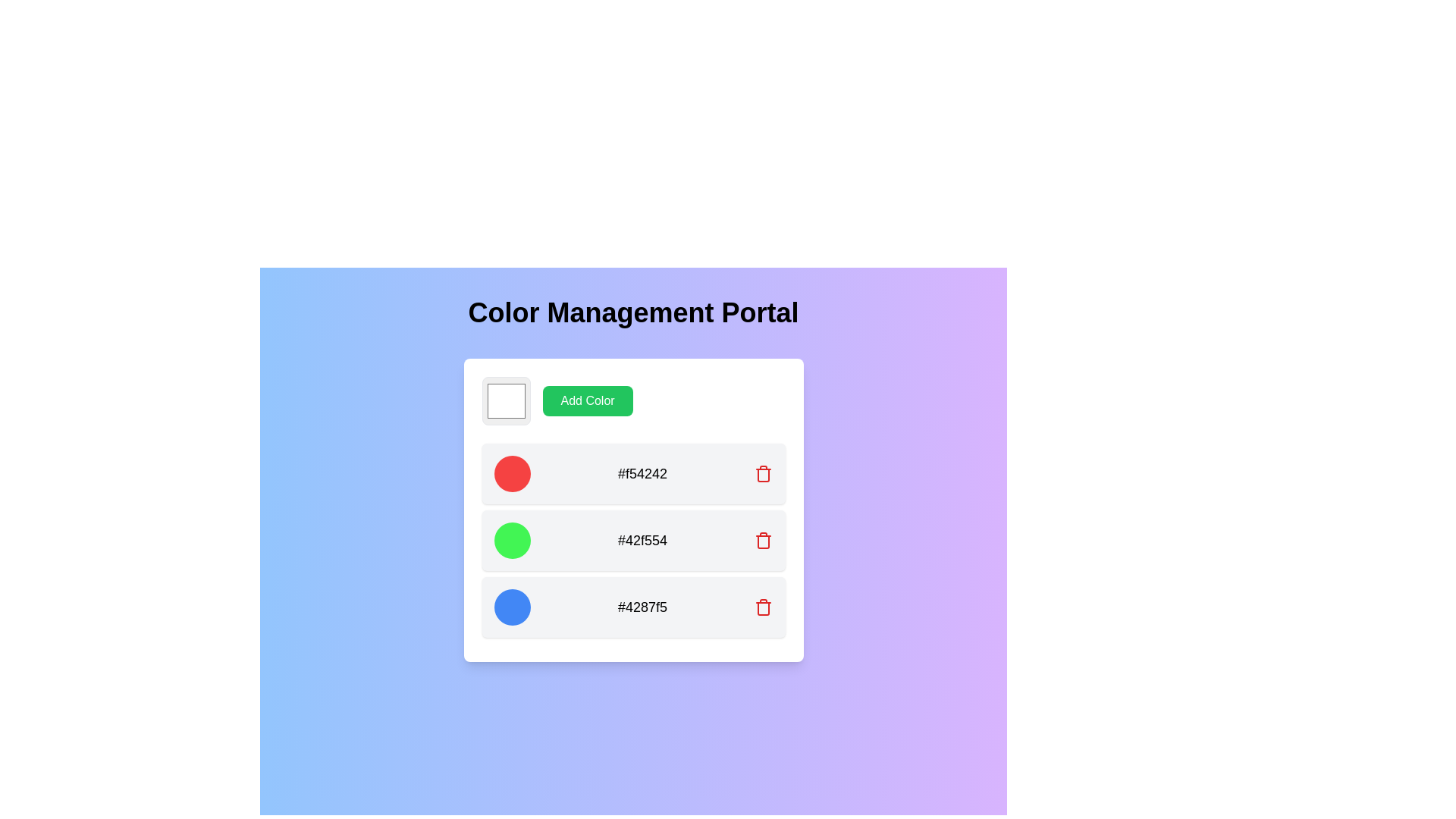 The width and height of the screenshot is (1456, 819). Describe the element at coordinates (633, 540) in the screenshot. I see `the text displaying the hexadecimal value '#42f554' of the second color entry card in the vertical list of color entries to copy it` at that location.